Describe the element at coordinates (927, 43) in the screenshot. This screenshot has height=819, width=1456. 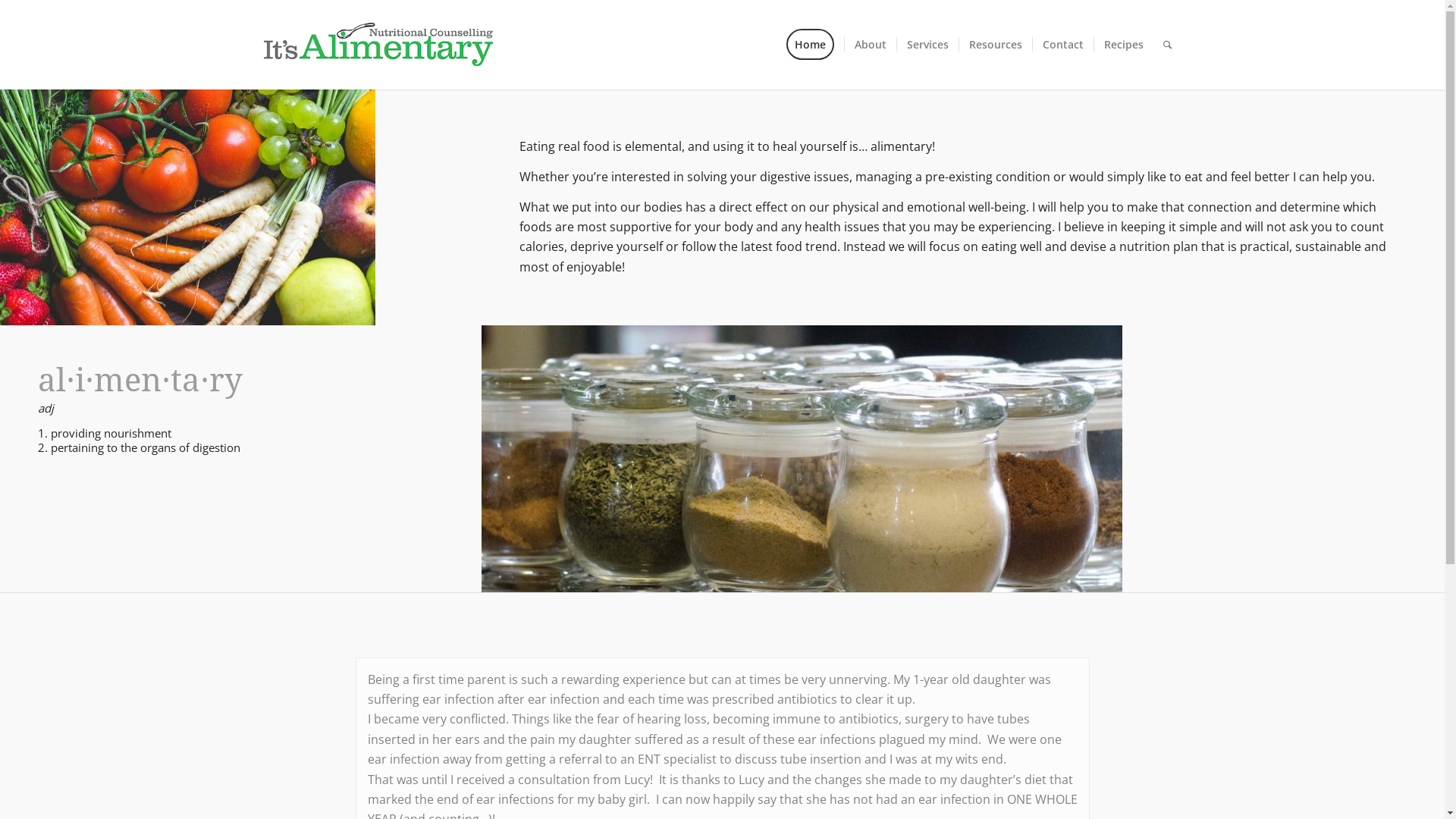
I see `'Services'` at that location.